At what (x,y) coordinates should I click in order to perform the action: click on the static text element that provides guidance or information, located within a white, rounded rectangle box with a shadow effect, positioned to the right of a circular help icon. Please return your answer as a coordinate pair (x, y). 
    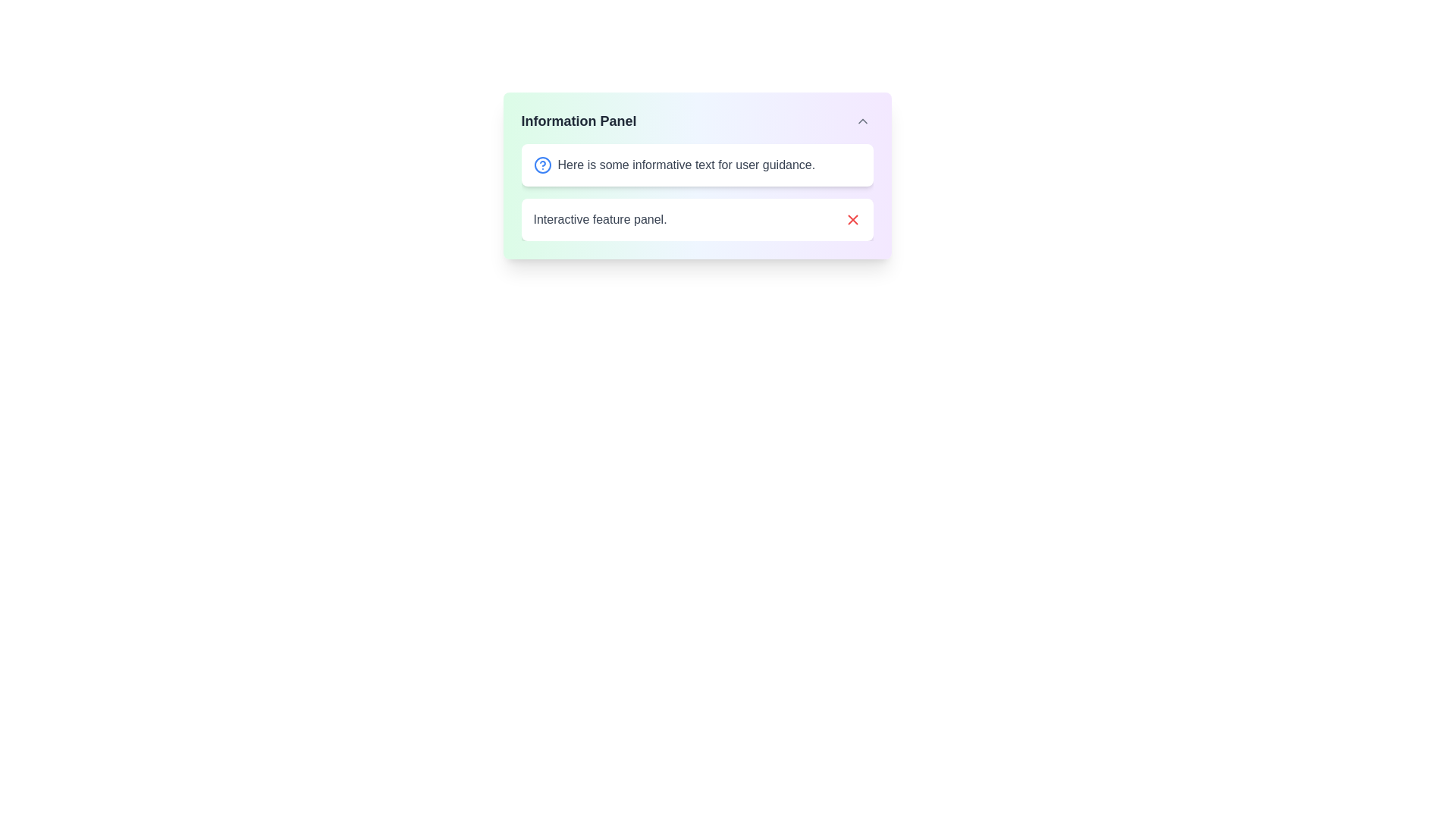
    Looking at the image, I should click on (686, 165).